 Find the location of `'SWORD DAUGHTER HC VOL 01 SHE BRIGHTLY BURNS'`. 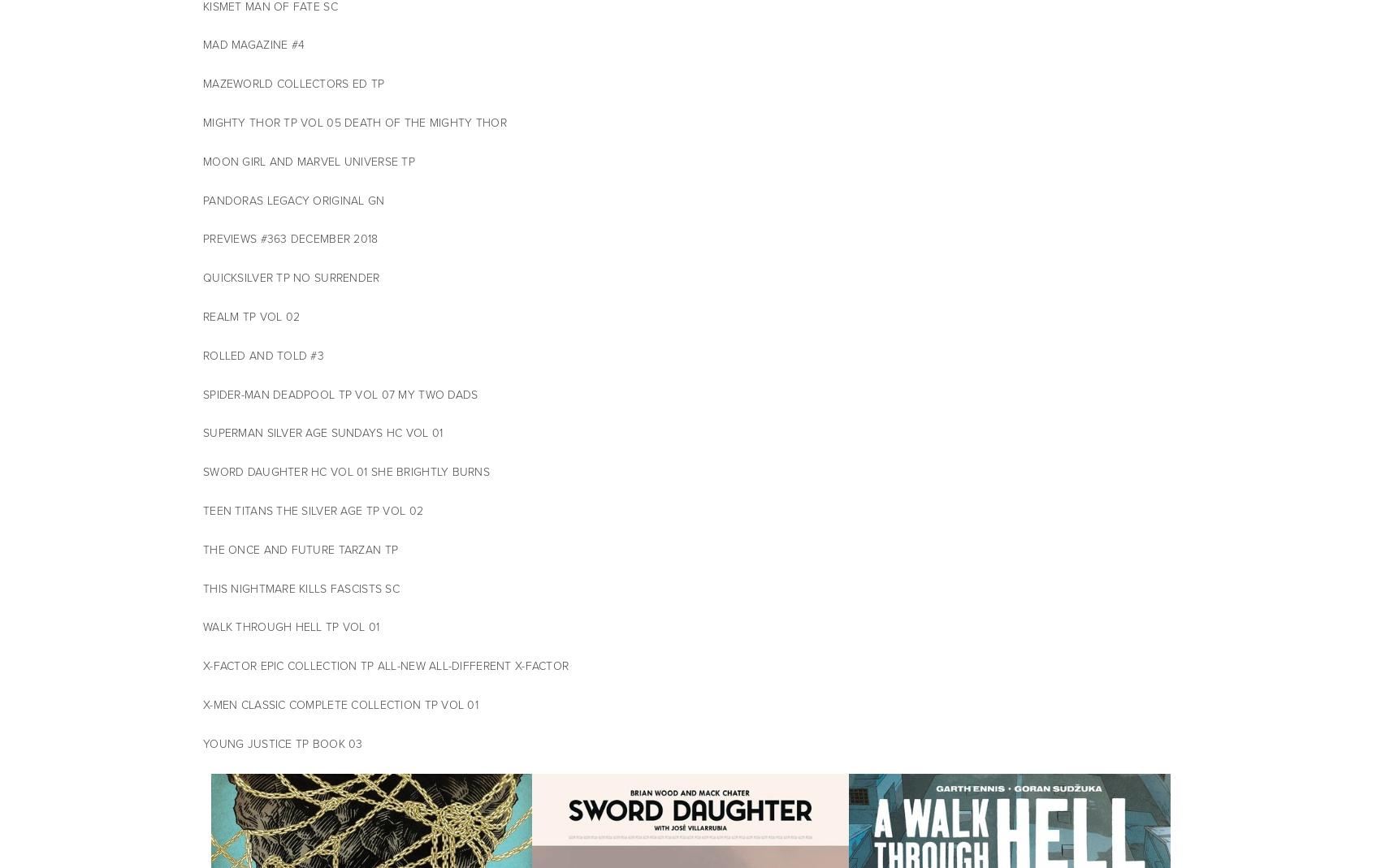

'SWORD DAUGHTER HC VOL 01 SHE BRIGHTLY BURNS' is located at coordinates (203, 472).